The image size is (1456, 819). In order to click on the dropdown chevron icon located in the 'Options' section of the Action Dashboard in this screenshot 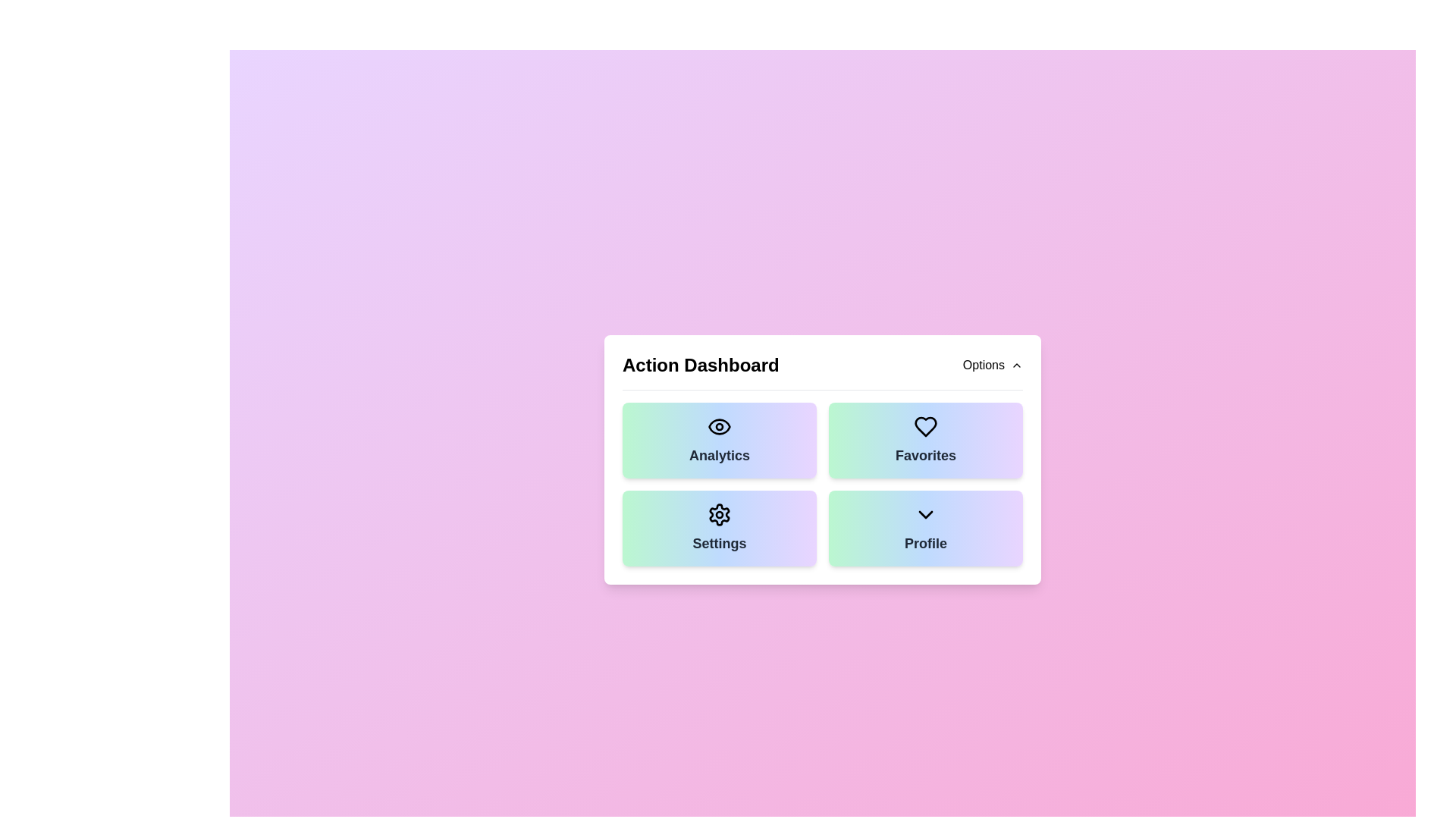, I will do `click(924, 513)`.